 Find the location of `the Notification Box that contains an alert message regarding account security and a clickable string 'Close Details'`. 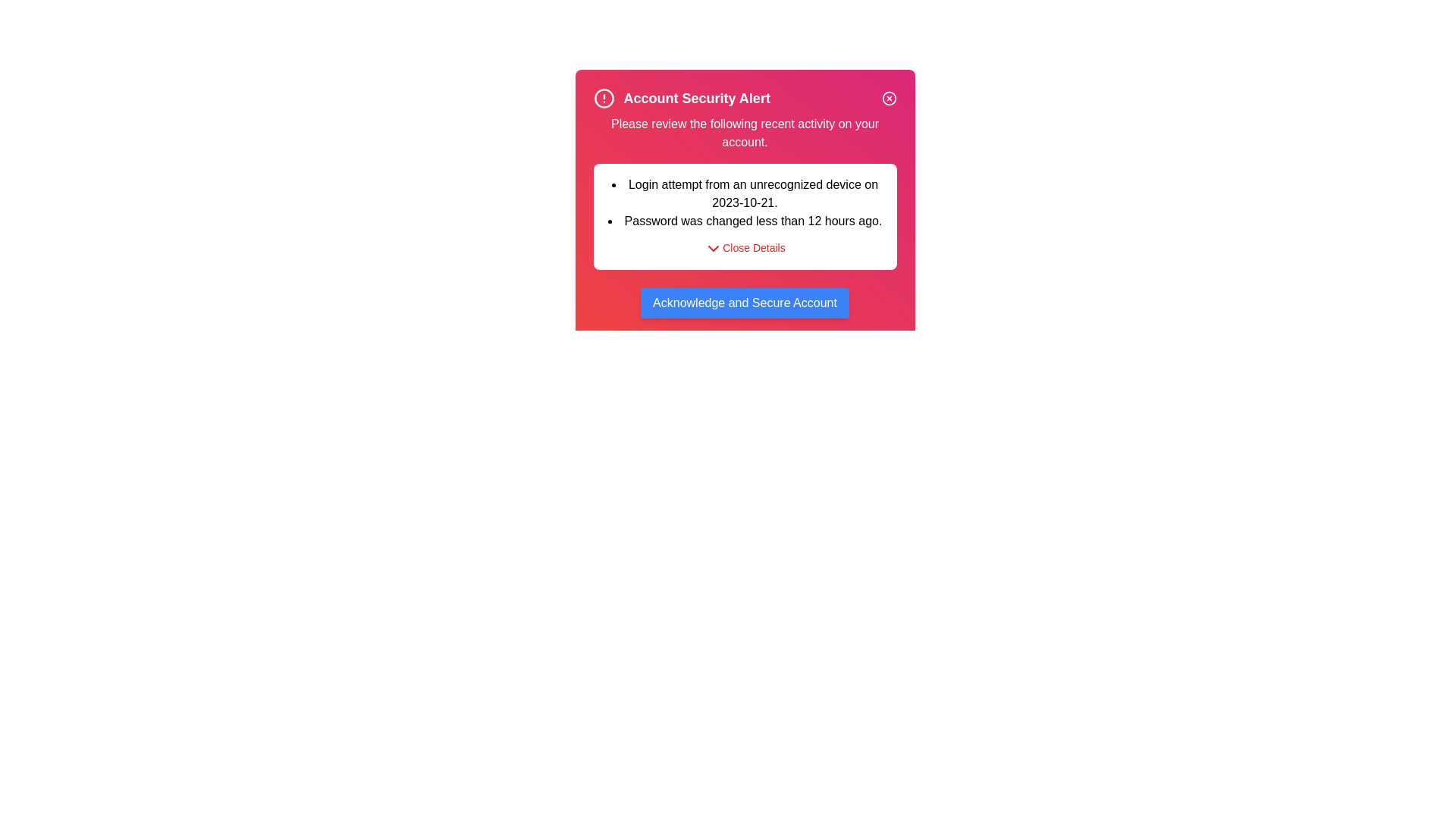

the Notification Box that contains an alert message regarding account security and a clickable string 'Close Details' is located at coordinates (745, 216).